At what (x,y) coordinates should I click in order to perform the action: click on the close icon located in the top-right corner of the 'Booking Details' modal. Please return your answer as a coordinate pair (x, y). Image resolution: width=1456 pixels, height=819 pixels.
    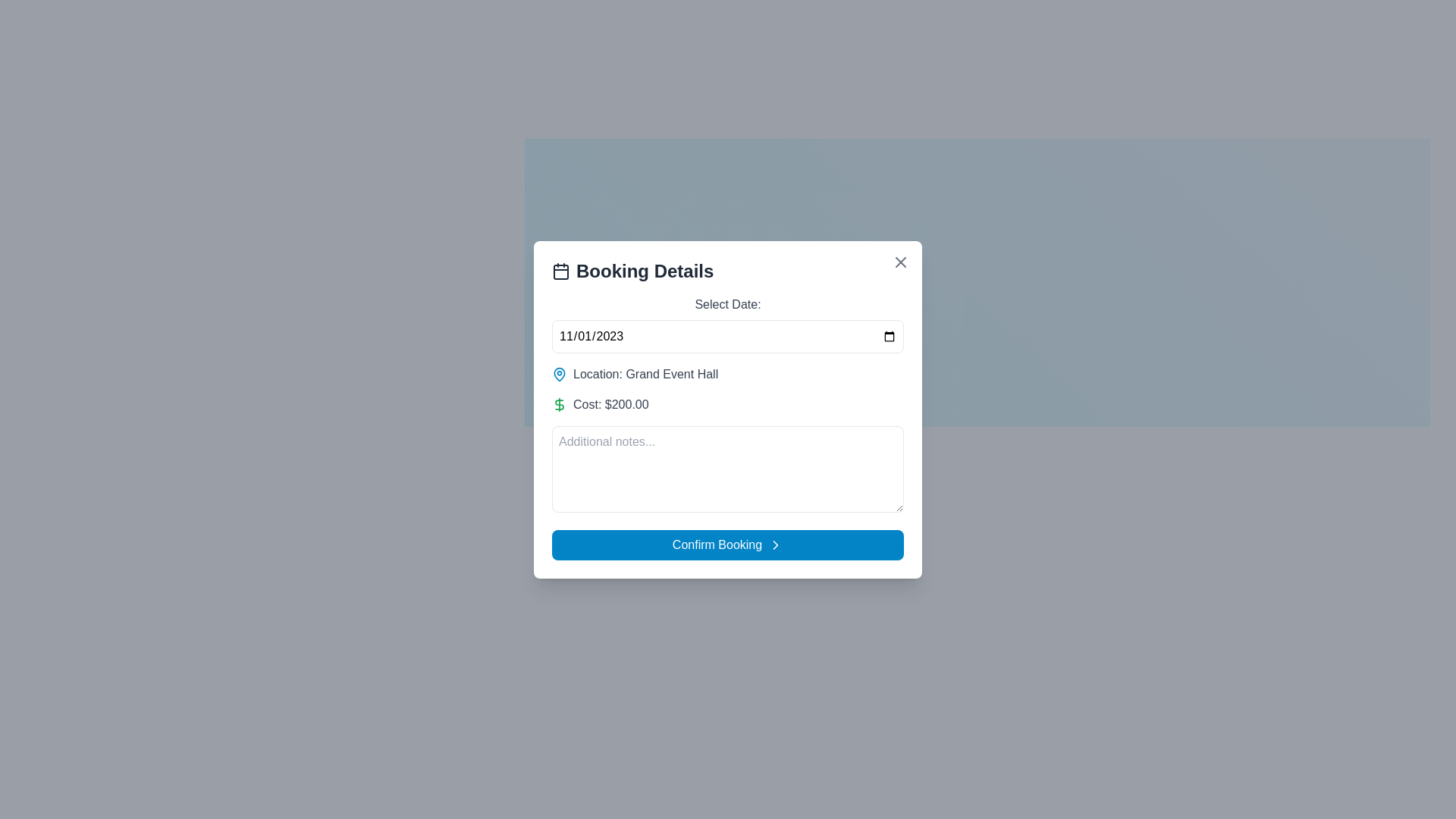
    Looking at the image, I should click on (901, 261).